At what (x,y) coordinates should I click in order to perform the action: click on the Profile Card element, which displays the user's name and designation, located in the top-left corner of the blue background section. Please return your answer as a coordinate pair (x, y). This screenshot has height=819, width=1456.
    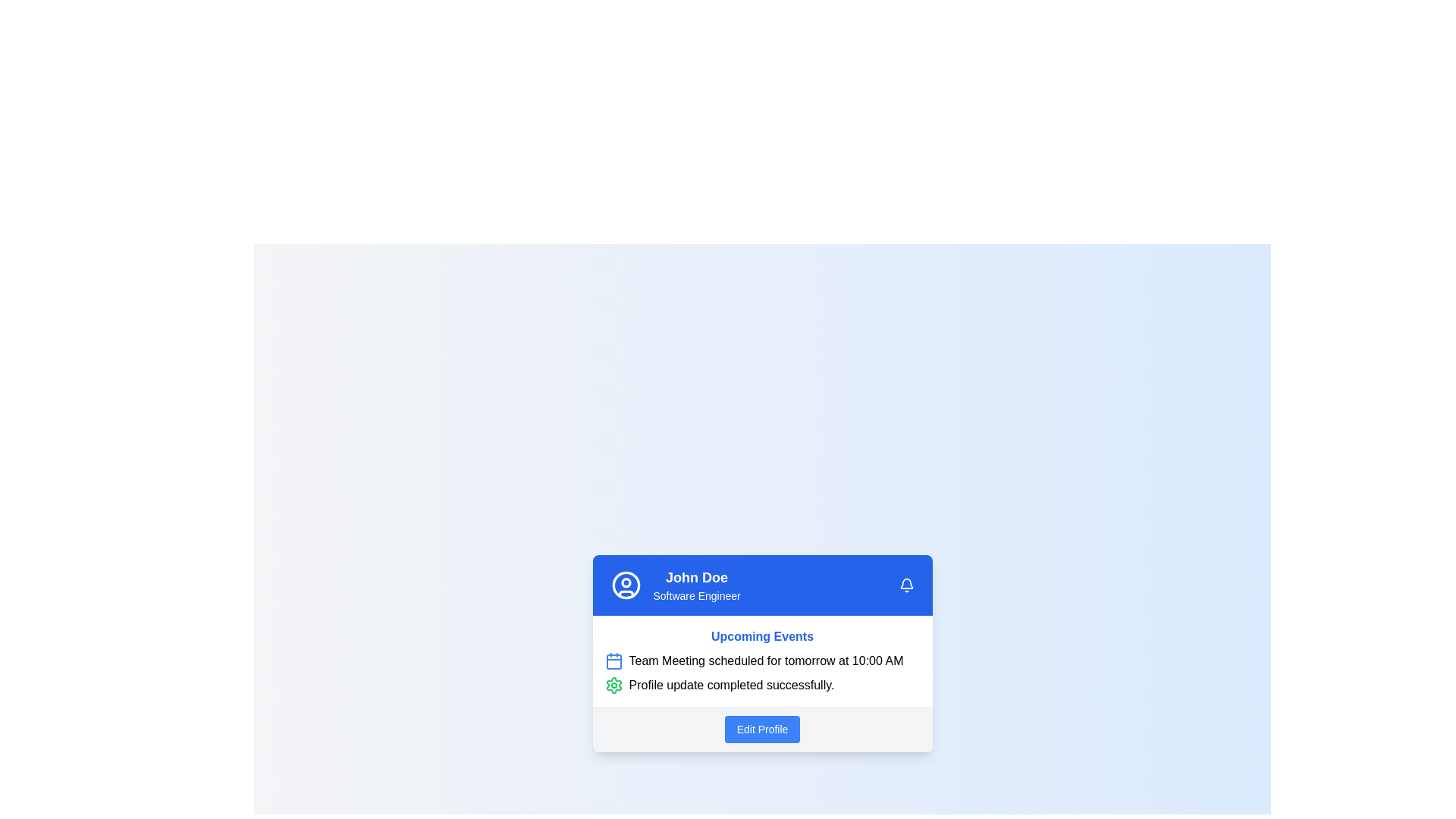
    Looking at the image, I should click on (675, 584).